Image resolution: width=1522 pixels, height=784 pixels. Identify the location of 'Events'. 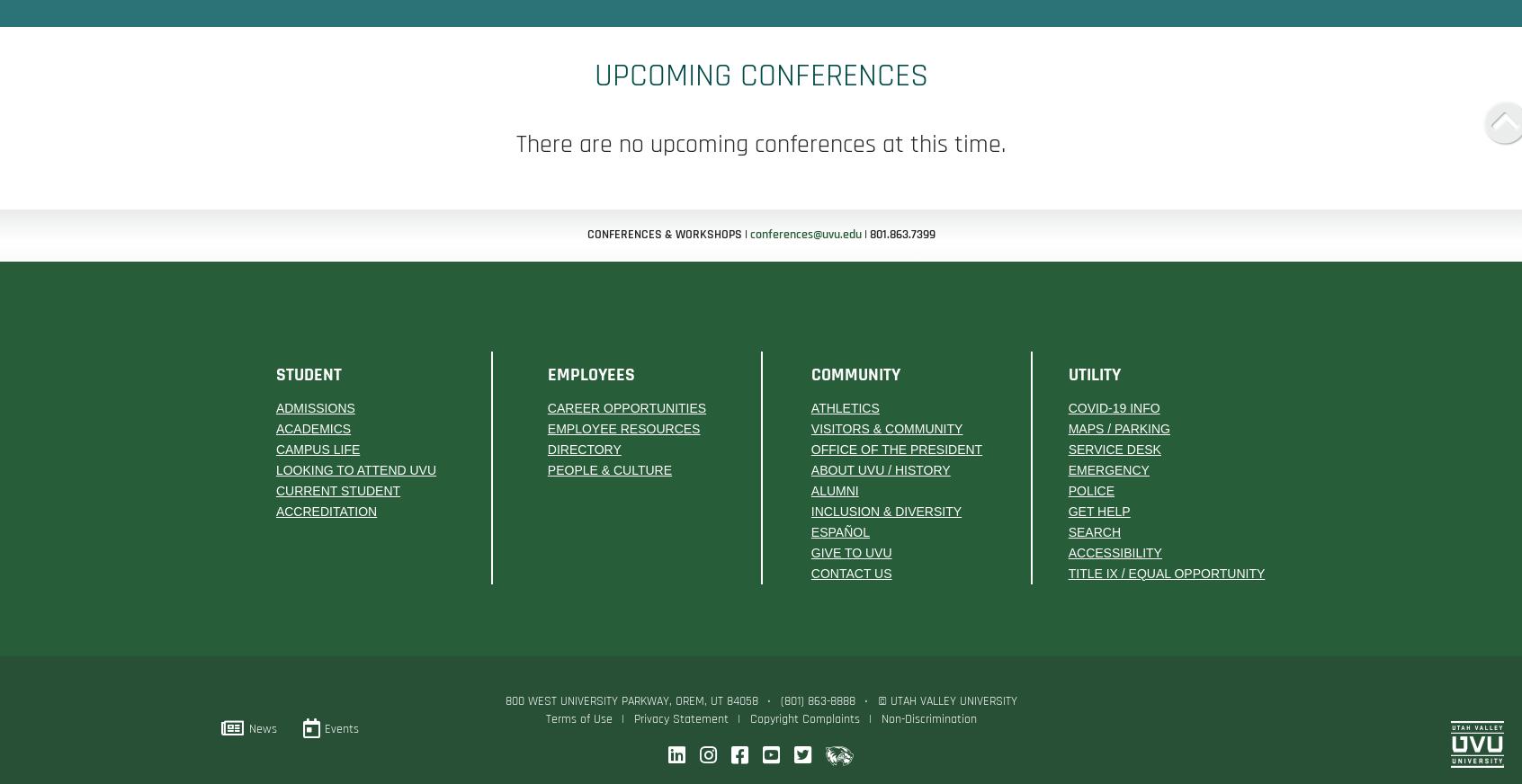
(325, 728).